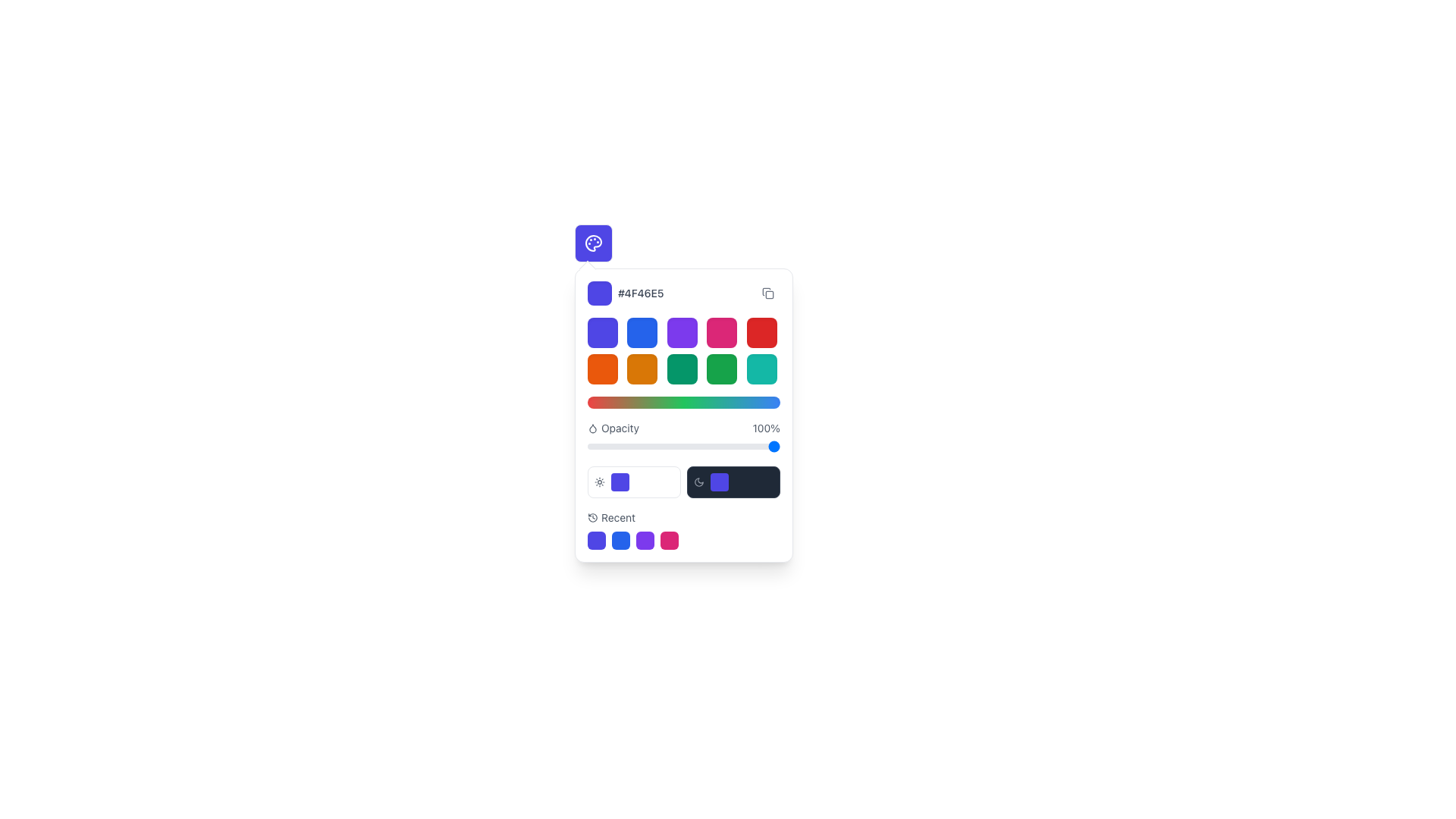 The width and height of the screenshot is (1456, 819). I want to click on opacity, so click(612, 446).